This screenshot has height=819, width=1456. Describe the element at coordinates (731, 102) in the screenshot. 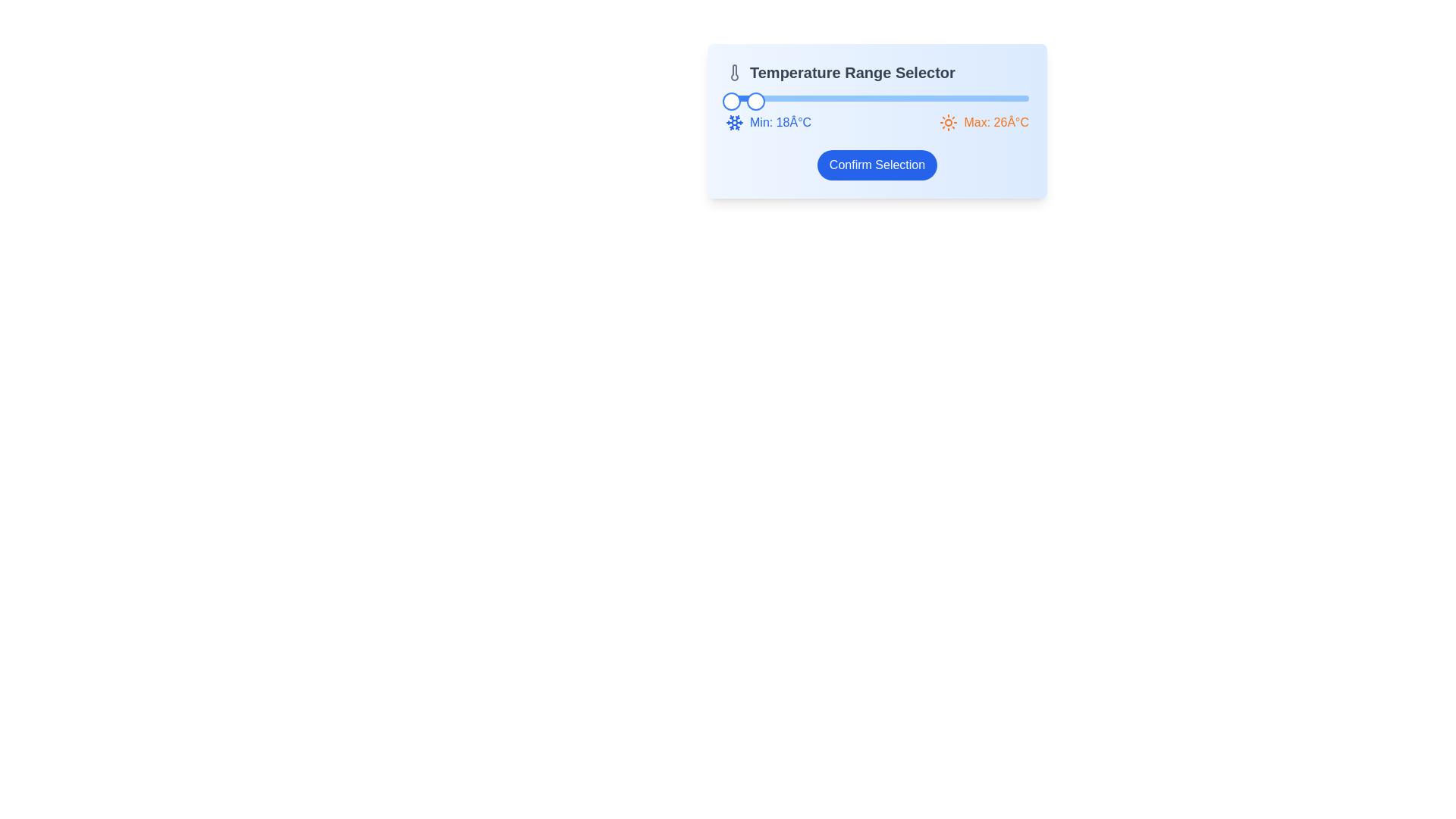

I see `the slider handle located at the far left of the slider's track, adjacent` at that location.